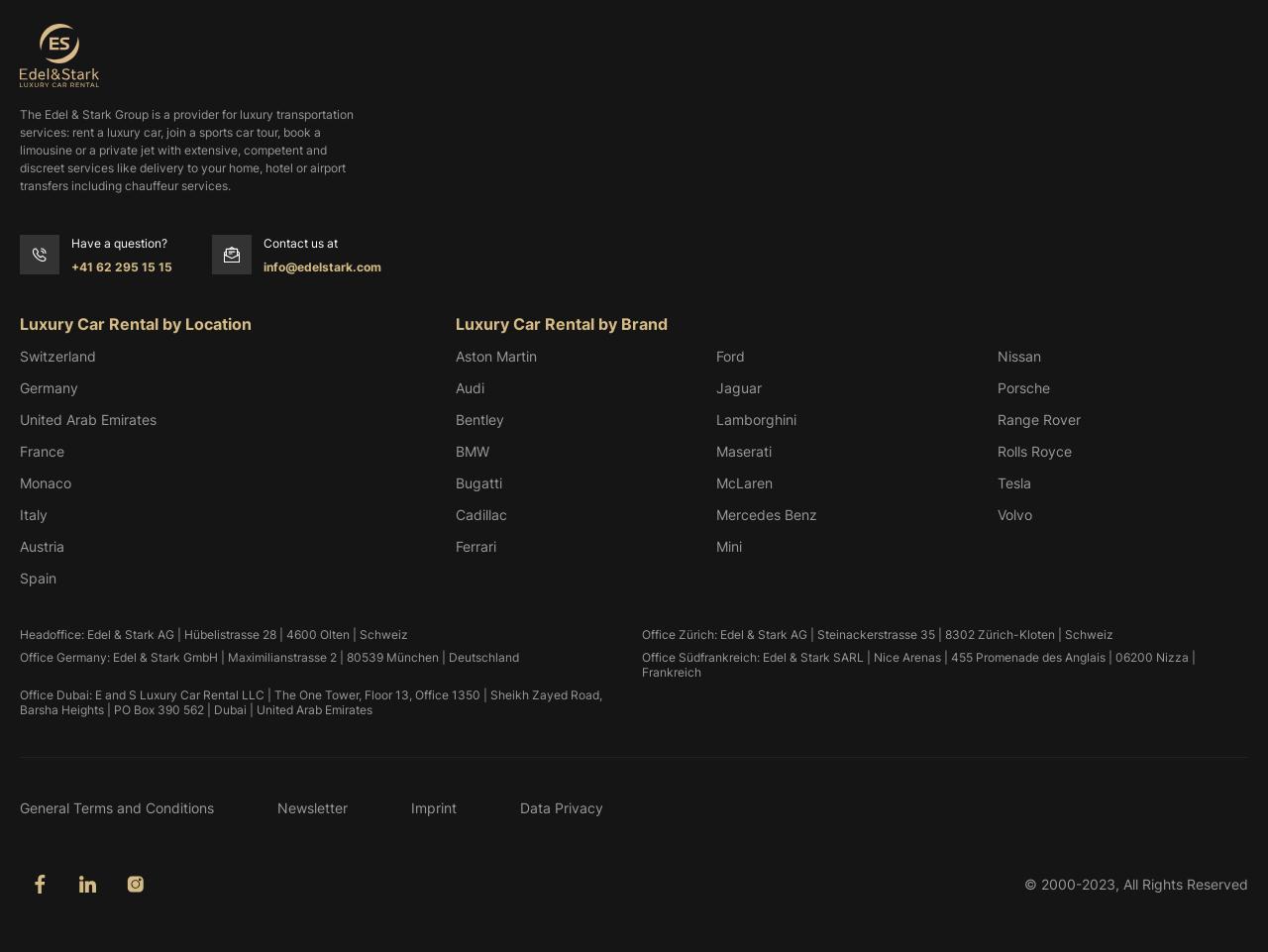 Image resolution: width=1268 pixels, height=952 pixels. What do you see at coordinates (714, 481) in the screenshot?
I see `'McLaren'` at bounding box center [714, 481].